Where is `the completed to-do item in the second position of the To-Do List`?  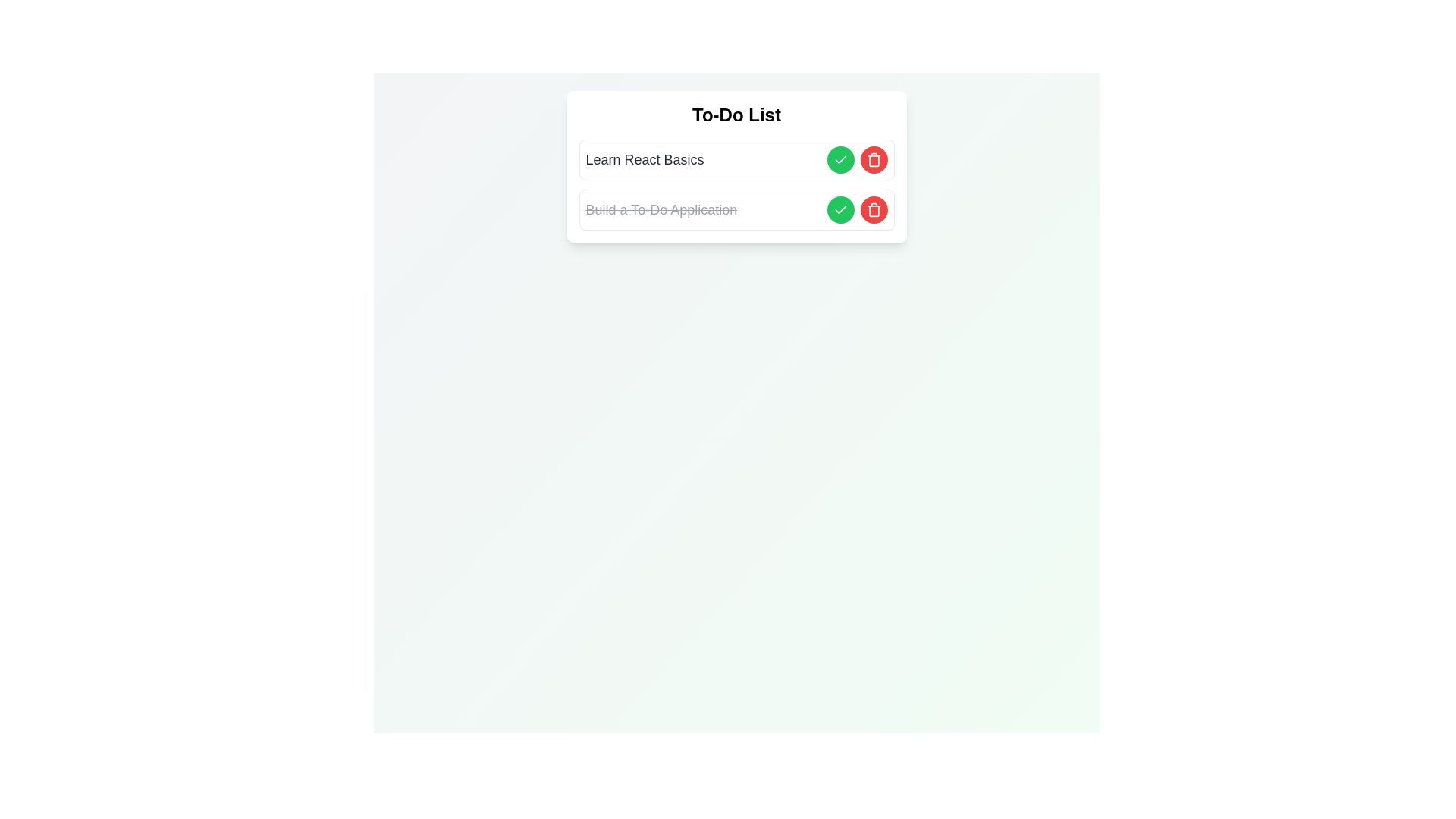 the completed to-do item in the second position of the To-Do List is located at coordinates (736, 210).